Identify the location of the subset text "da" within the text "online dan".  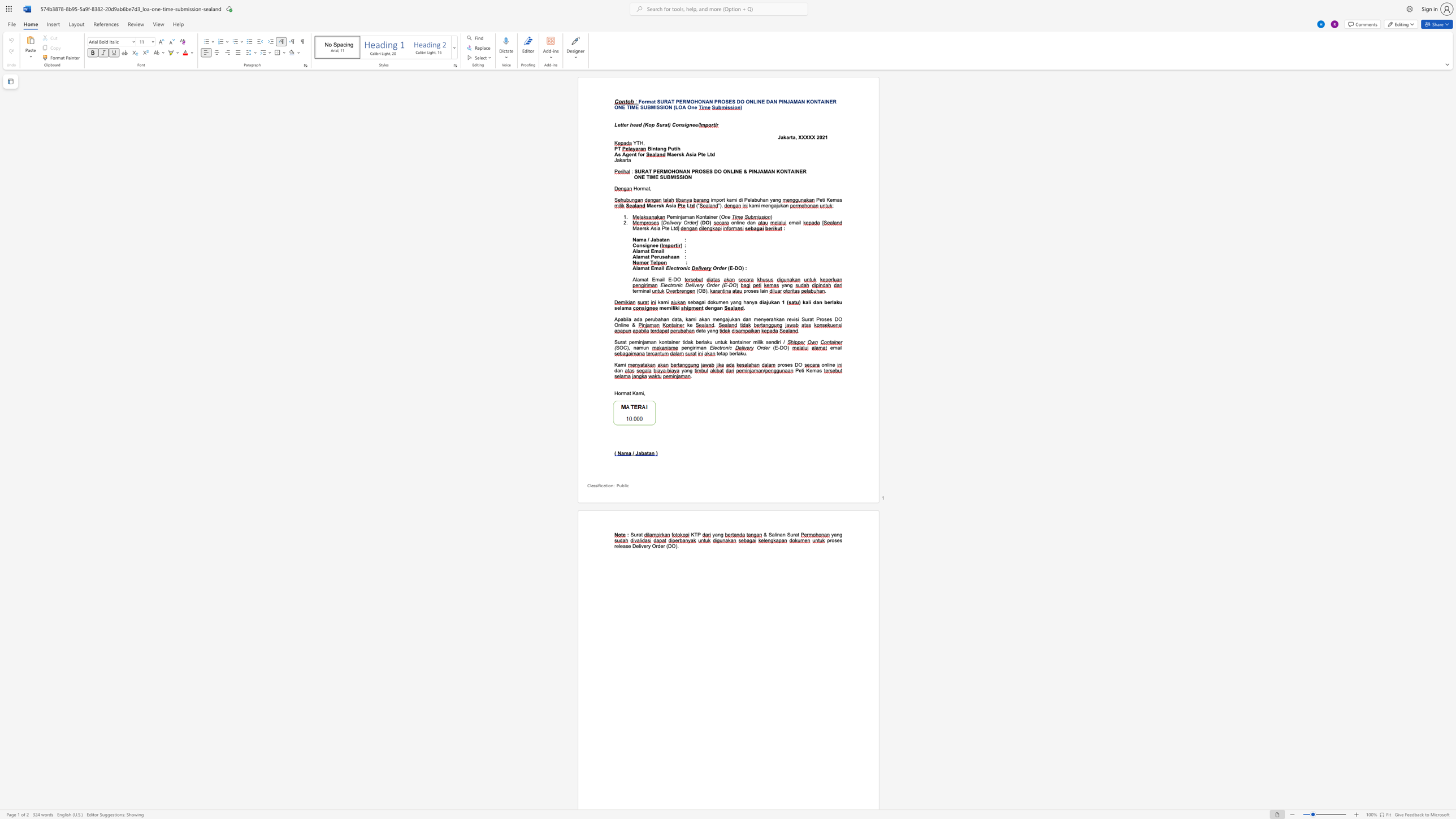
(747, 223).